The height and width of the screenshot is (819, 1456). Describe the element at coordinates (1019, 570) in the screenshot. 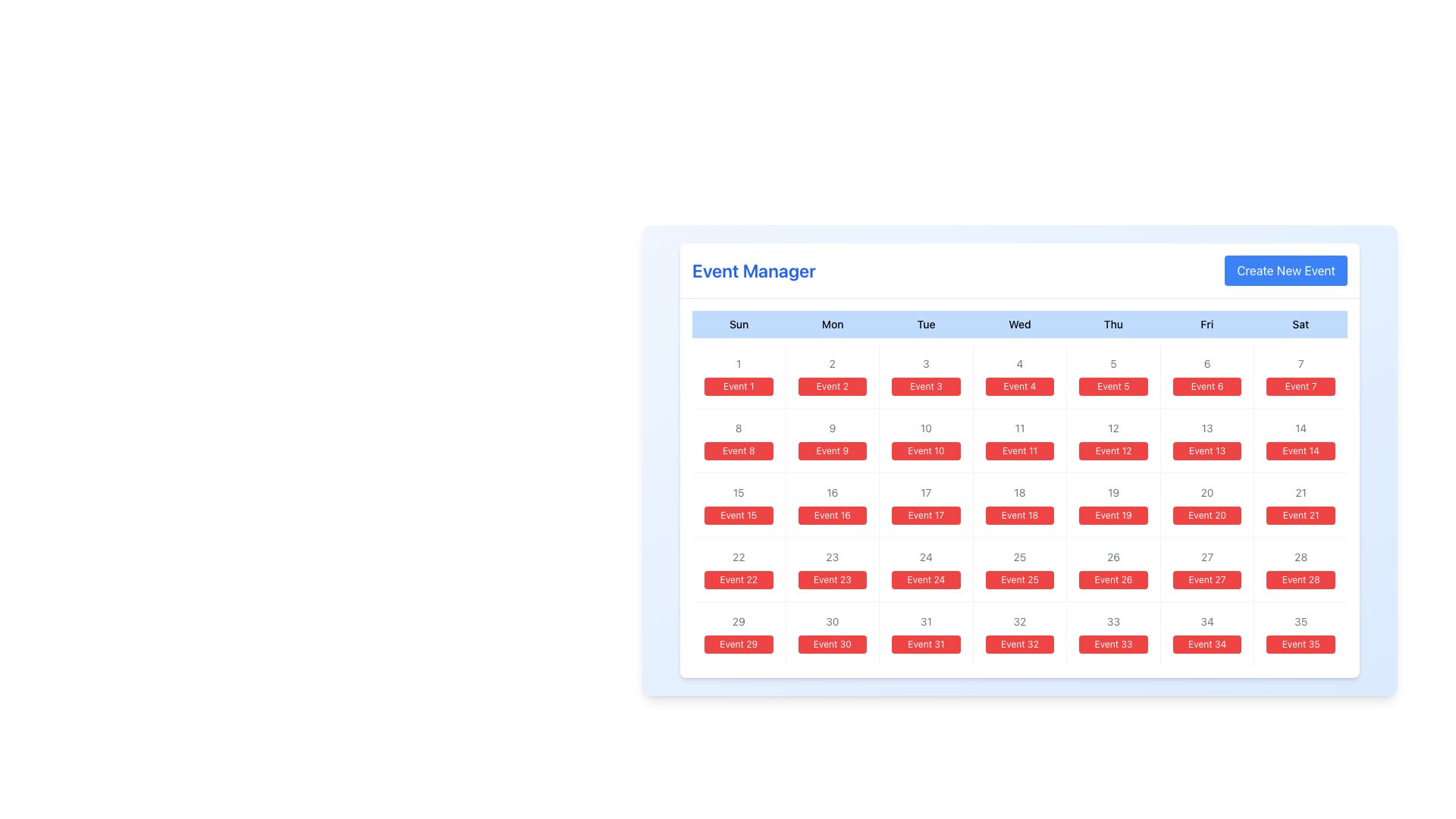

I see `the Calendar date cell in the seventh row and third column containing the number '25' and the button 'Event 25'` at that location.